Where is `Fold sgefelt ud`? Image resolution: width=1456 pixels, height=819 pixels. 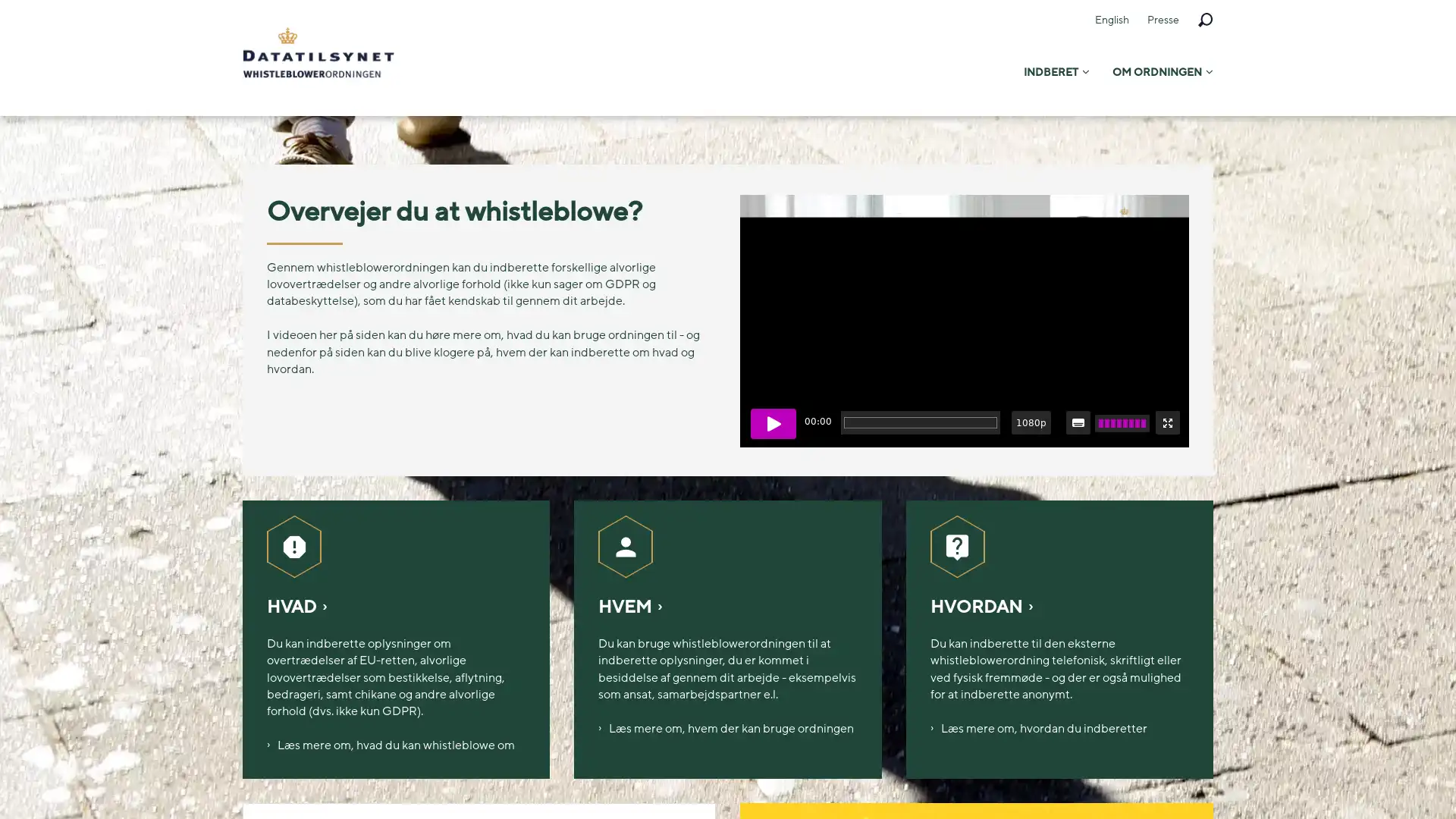
Fold sgefelt ud is located at coordinates (1203, 20).